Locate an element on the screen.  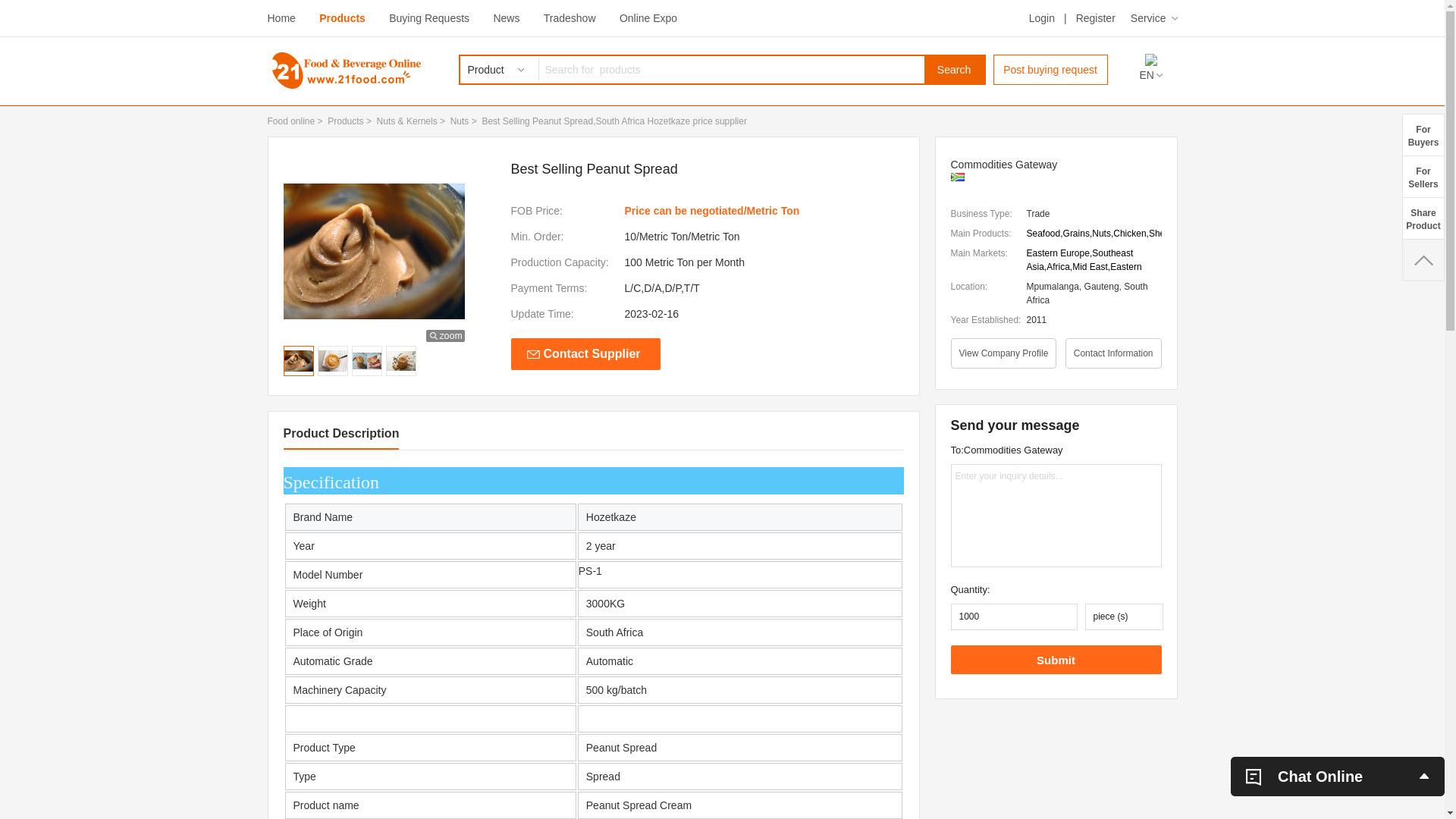
'For is located at coordinates (1401, 133).